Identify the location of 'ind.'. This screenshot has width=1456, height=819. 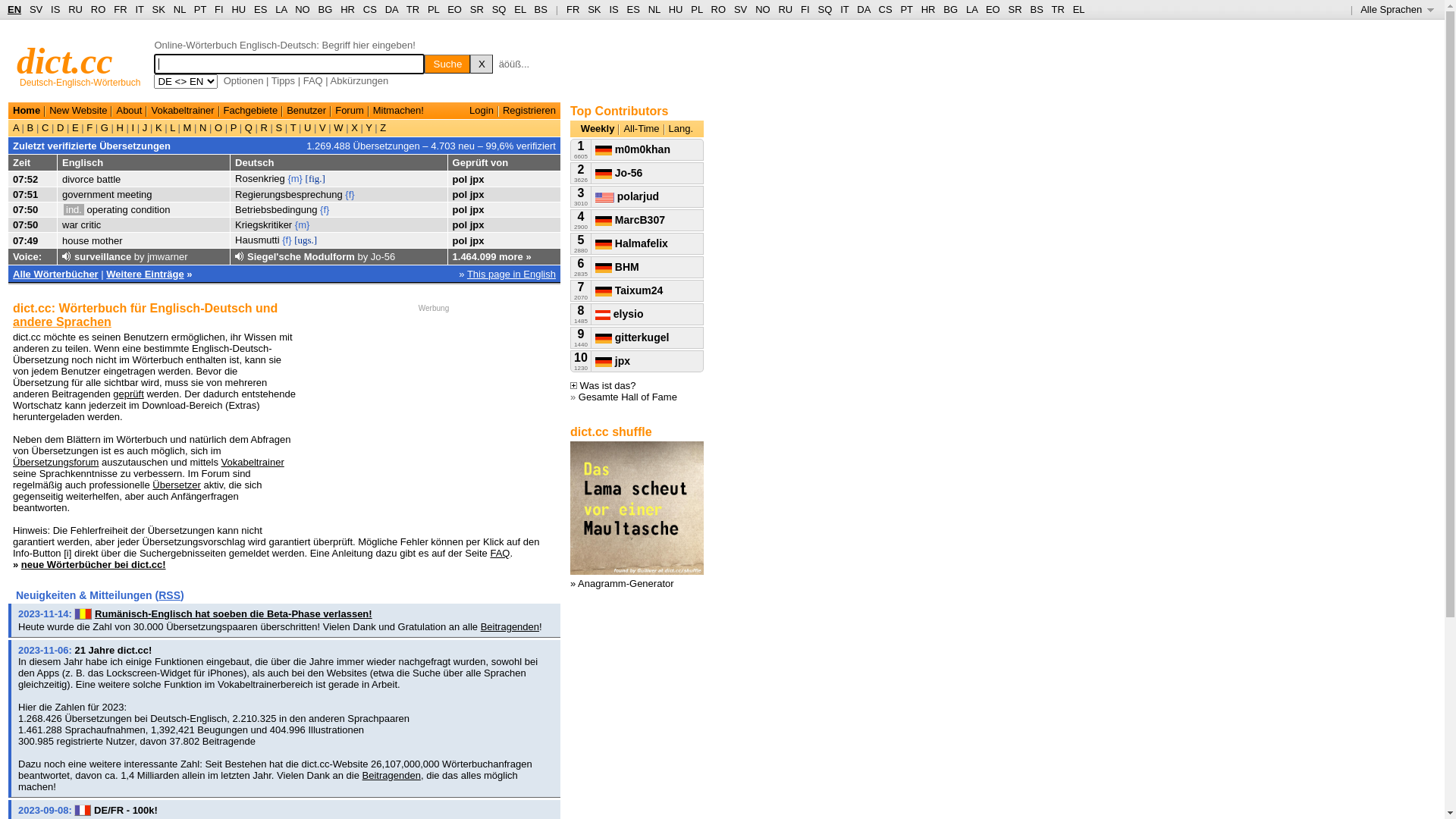
(73, 209).